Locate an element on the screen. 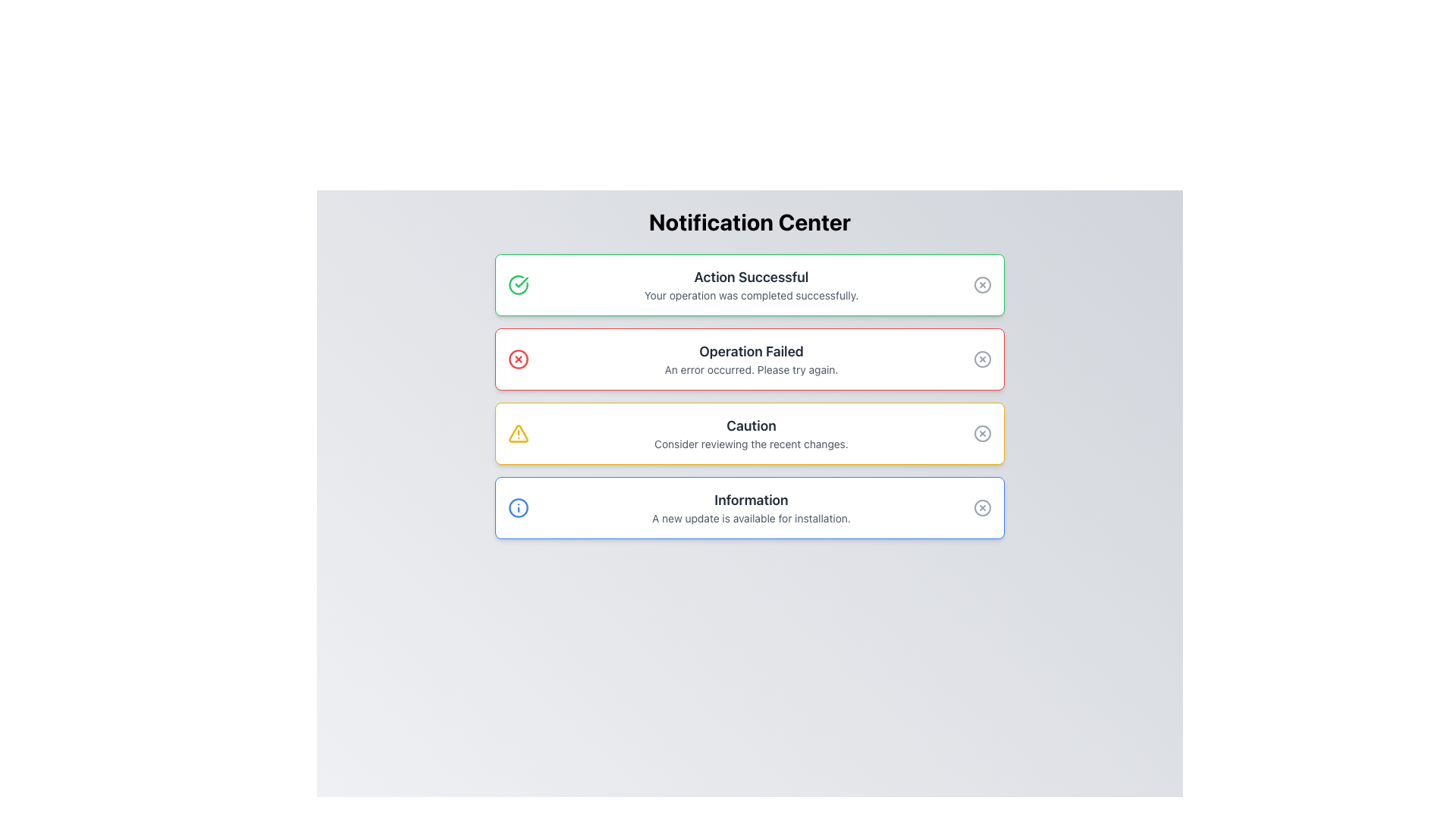  text content of the third notification panel in the Notification Center, which serves as a caution notification to inform the user to review recent changes is located at coordinates (751, 433).